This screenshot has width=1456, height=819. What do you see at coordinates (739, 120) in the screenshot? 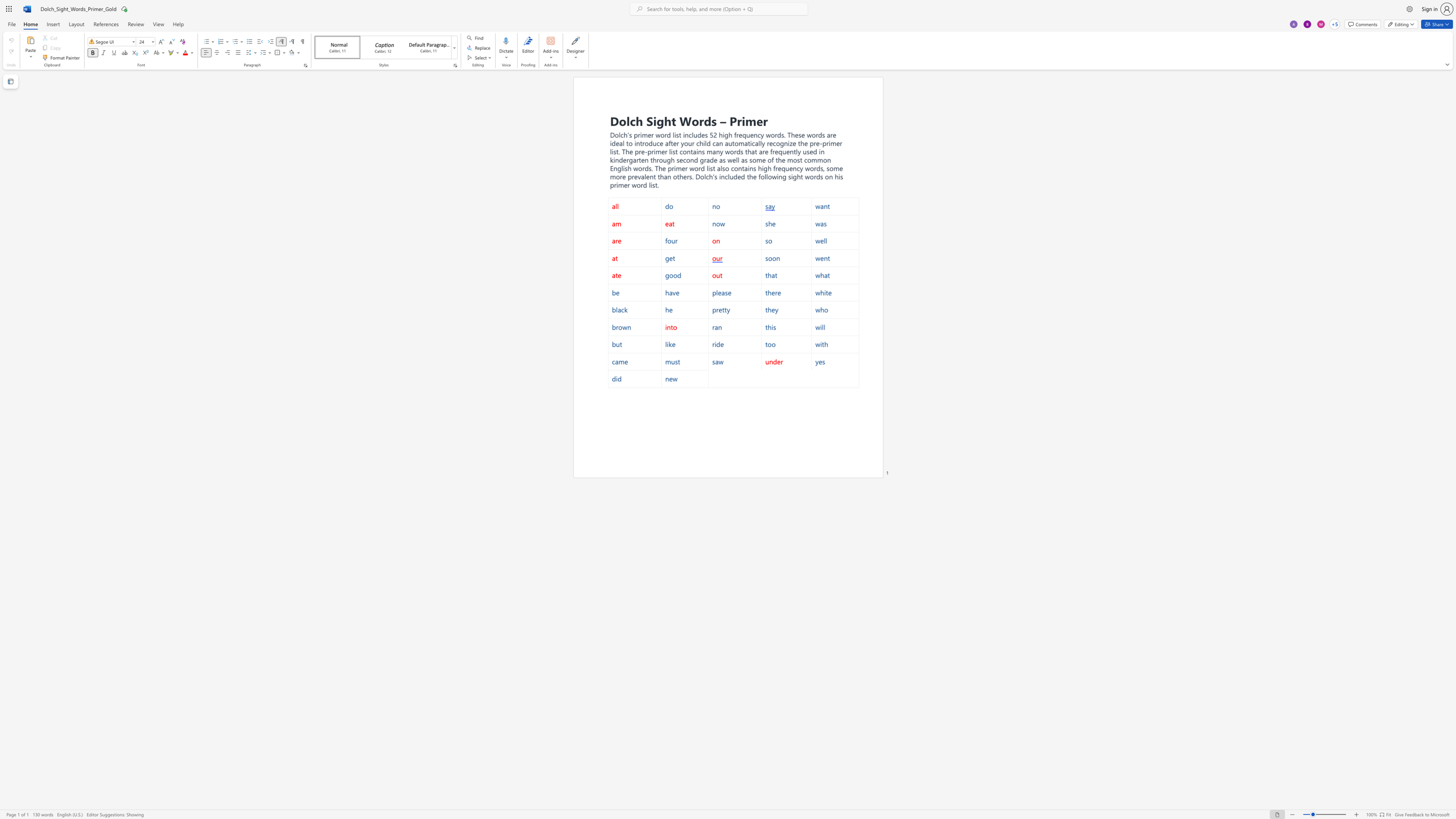
I see `the 2th character "r" in the text` at bounding box center [739, 120].